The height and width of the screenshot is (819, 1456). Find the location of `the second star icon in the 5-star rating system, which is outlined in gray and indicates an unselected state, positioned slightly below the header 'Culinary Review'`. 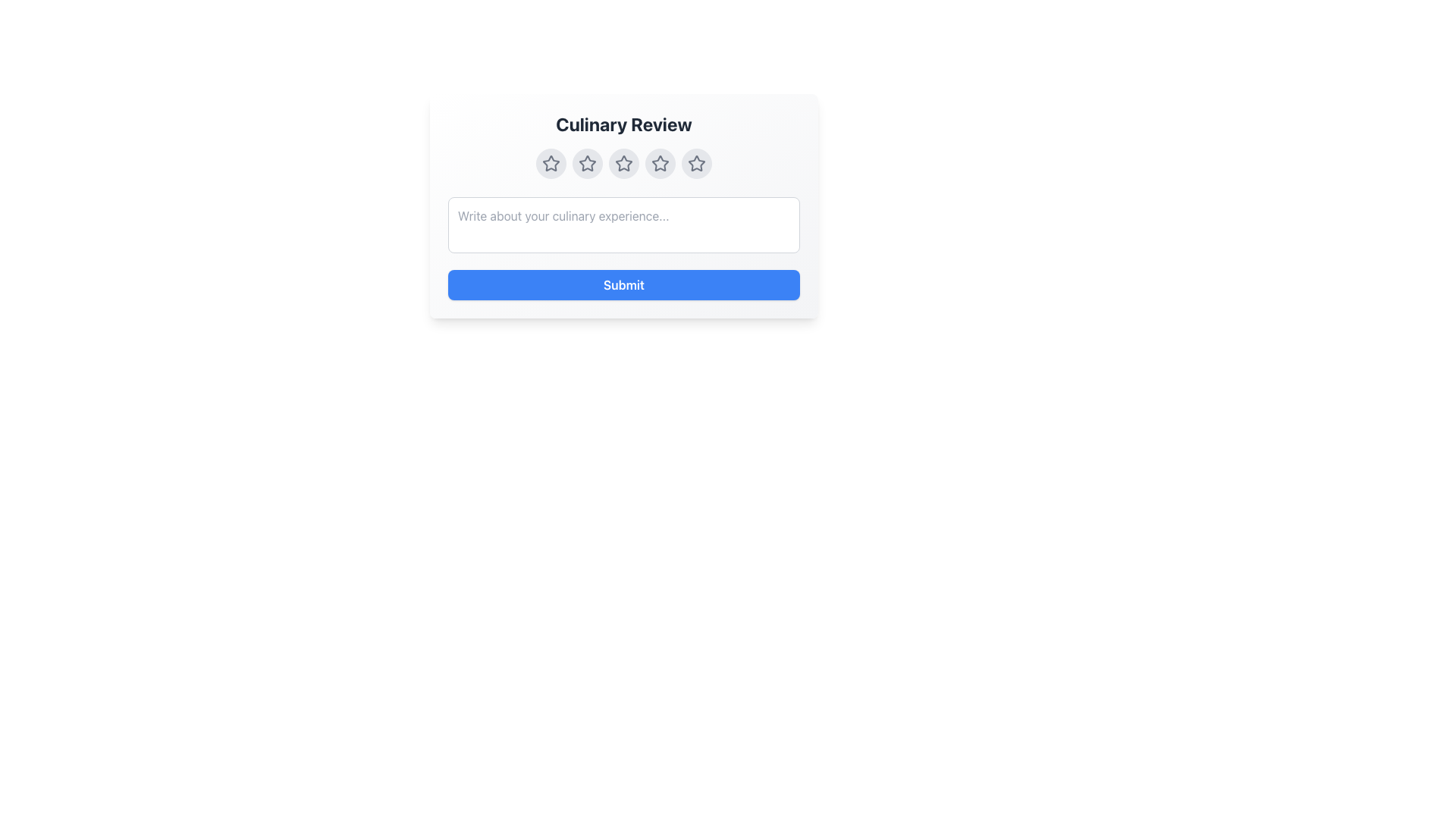

the second star icon in the 5-star rating system, which is outlined in gray and indicates an unselected state, positioned slightly below the header 'Culinary Review' is located at coordinates (586, 163).